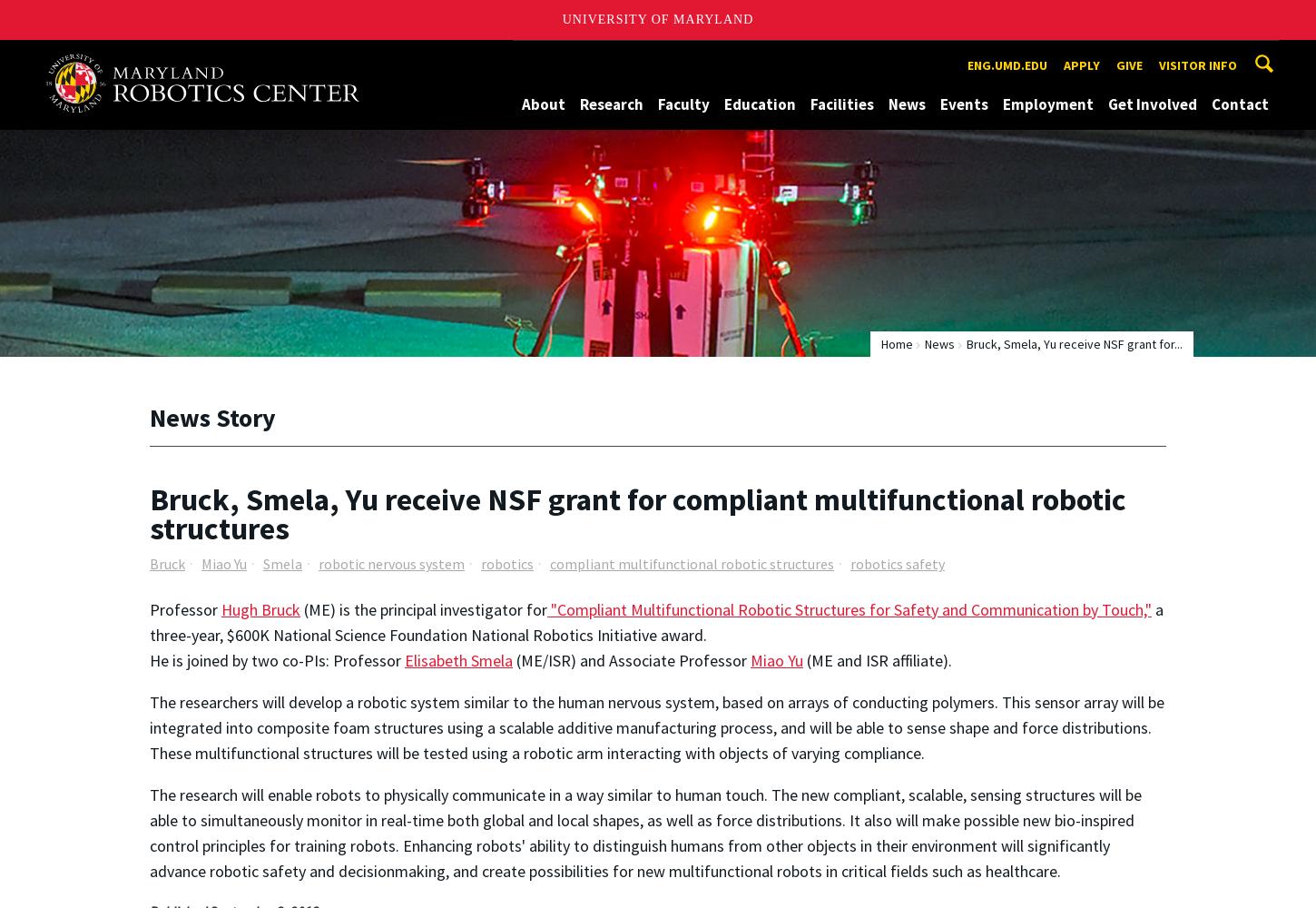  I want to click on 'Get Involved', so click(1153, 103).